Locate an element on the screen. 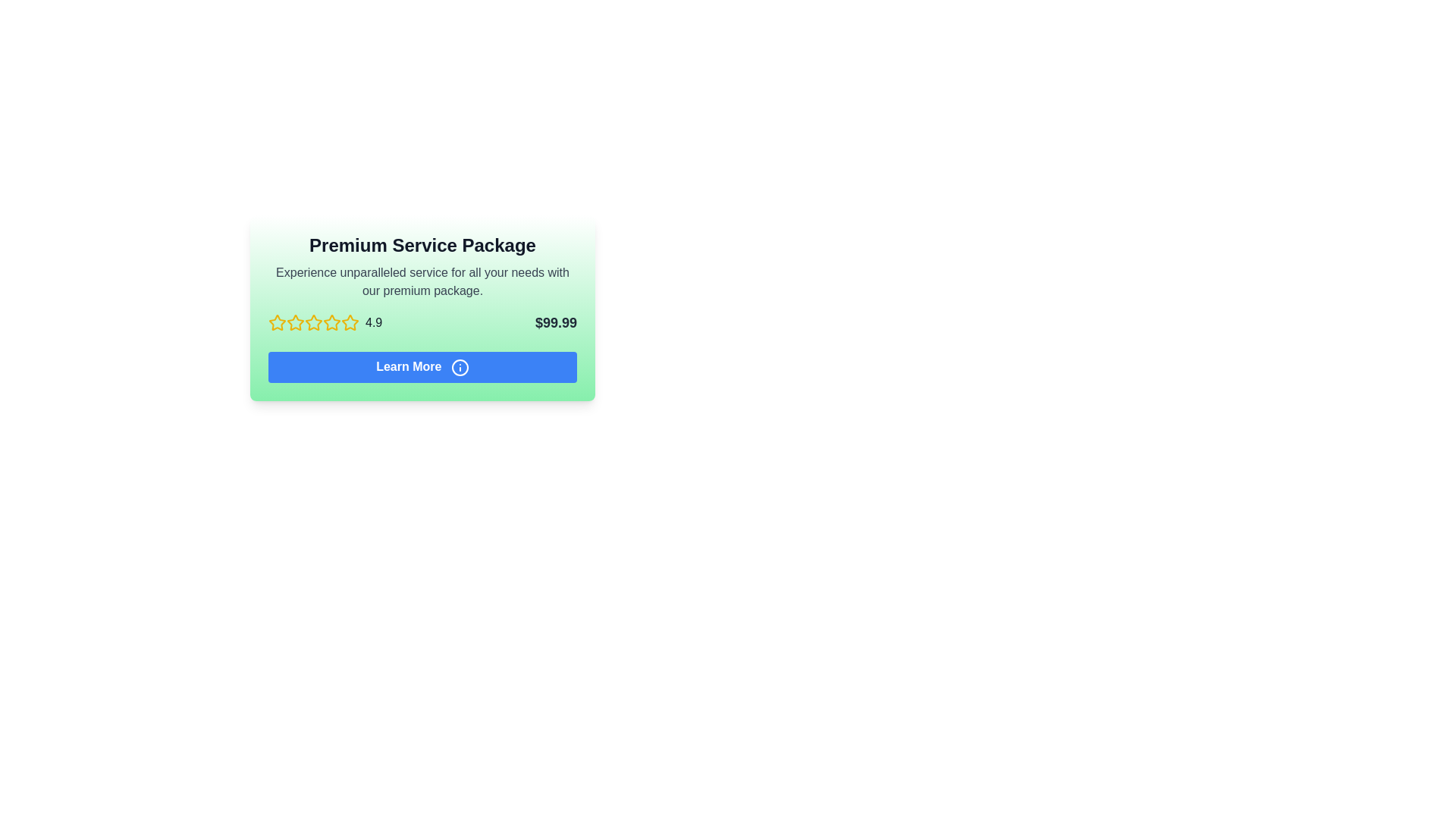 This screenshot has height=819, width=1456. text label displaying the numeric value '4.9', which is located to the right of a row of five yellow stars in the service details card layout is located at coordinates (374, 322).